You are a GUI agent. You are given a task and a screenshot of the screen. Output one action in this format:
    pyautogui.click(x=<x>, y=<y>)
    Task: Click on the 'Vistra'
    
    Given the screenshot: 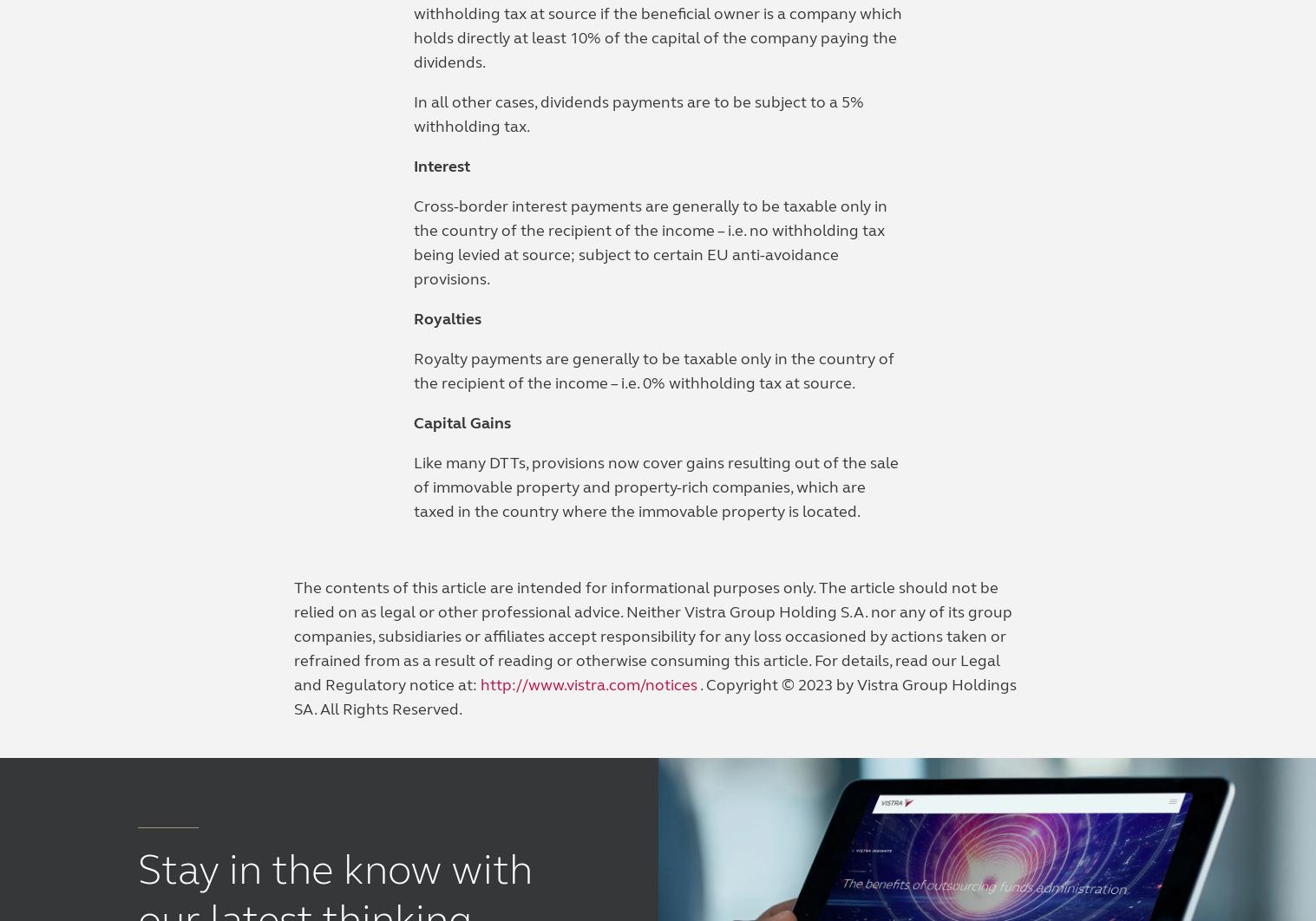 What is the action you would take?
    pyautogui.click(x=691, y=320)
    